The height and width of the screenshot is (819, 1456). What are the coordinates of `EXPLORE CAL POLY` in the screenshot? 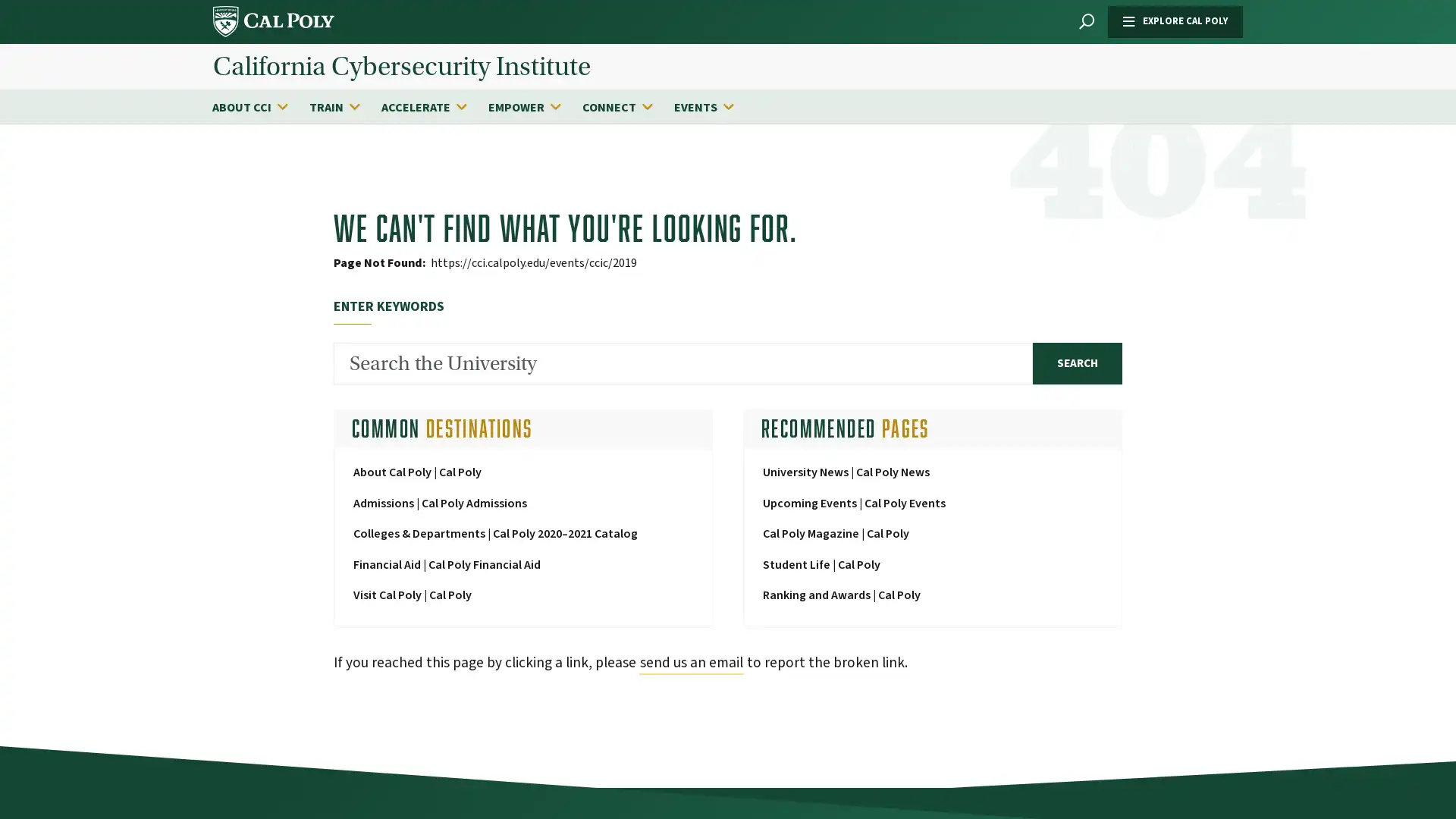 It's located at (1175, 21).